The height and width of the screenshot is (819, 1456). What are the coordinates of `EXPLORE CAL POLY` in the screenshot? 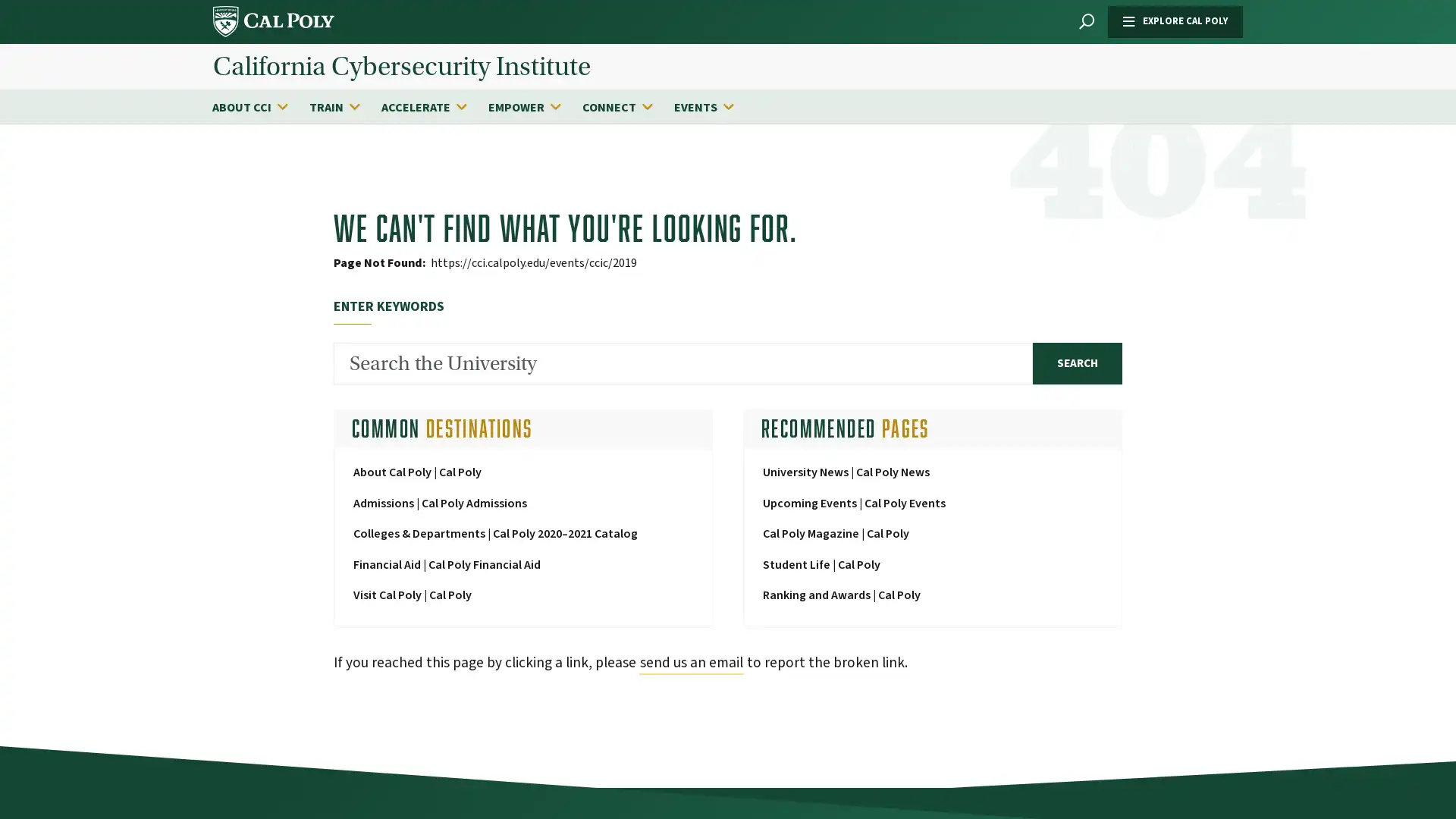 It's located at (1175, 21).